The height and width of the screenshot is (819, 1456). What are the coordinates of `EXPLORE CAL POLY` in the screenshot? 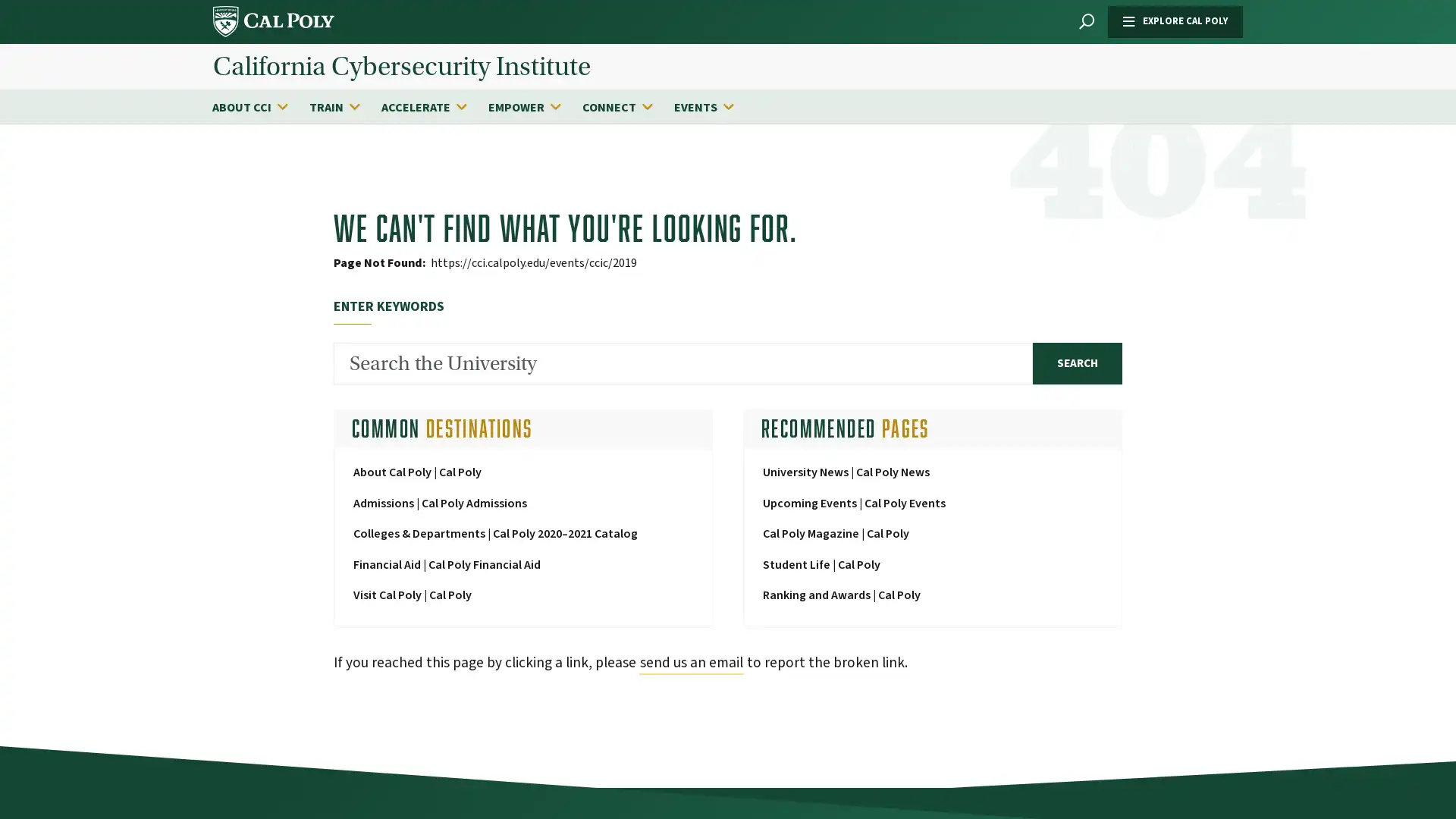 It's located at (1175, 21).